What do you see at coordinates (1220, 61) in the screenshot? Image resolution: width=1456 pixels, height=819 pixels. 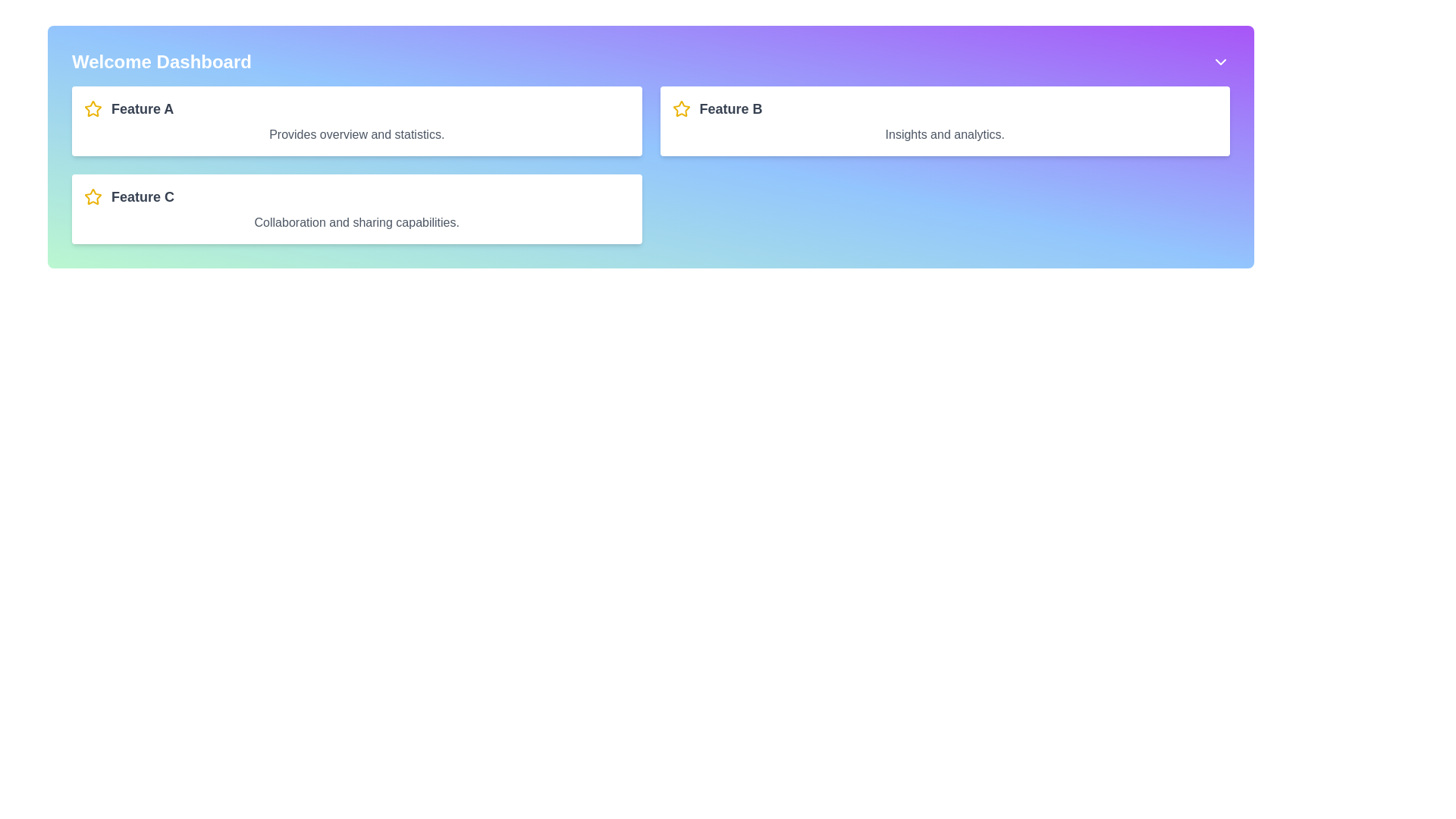 I see `the right-chevron arrow icon` at bounding box center [1220, 61].